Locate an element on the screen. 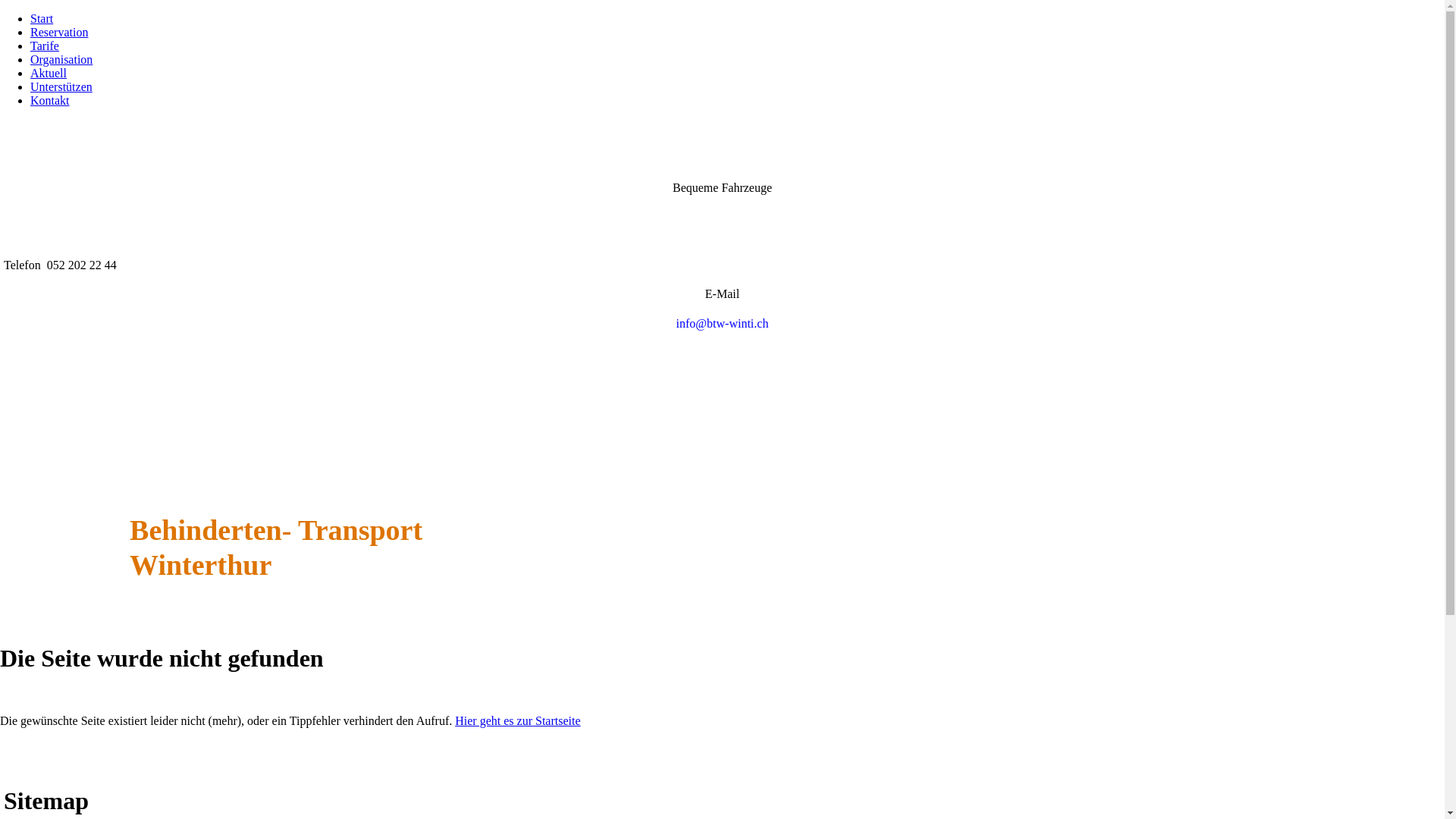 This screenshot has width=1456, height=819. 'Aktuell' is located at coordinates (48, 73).